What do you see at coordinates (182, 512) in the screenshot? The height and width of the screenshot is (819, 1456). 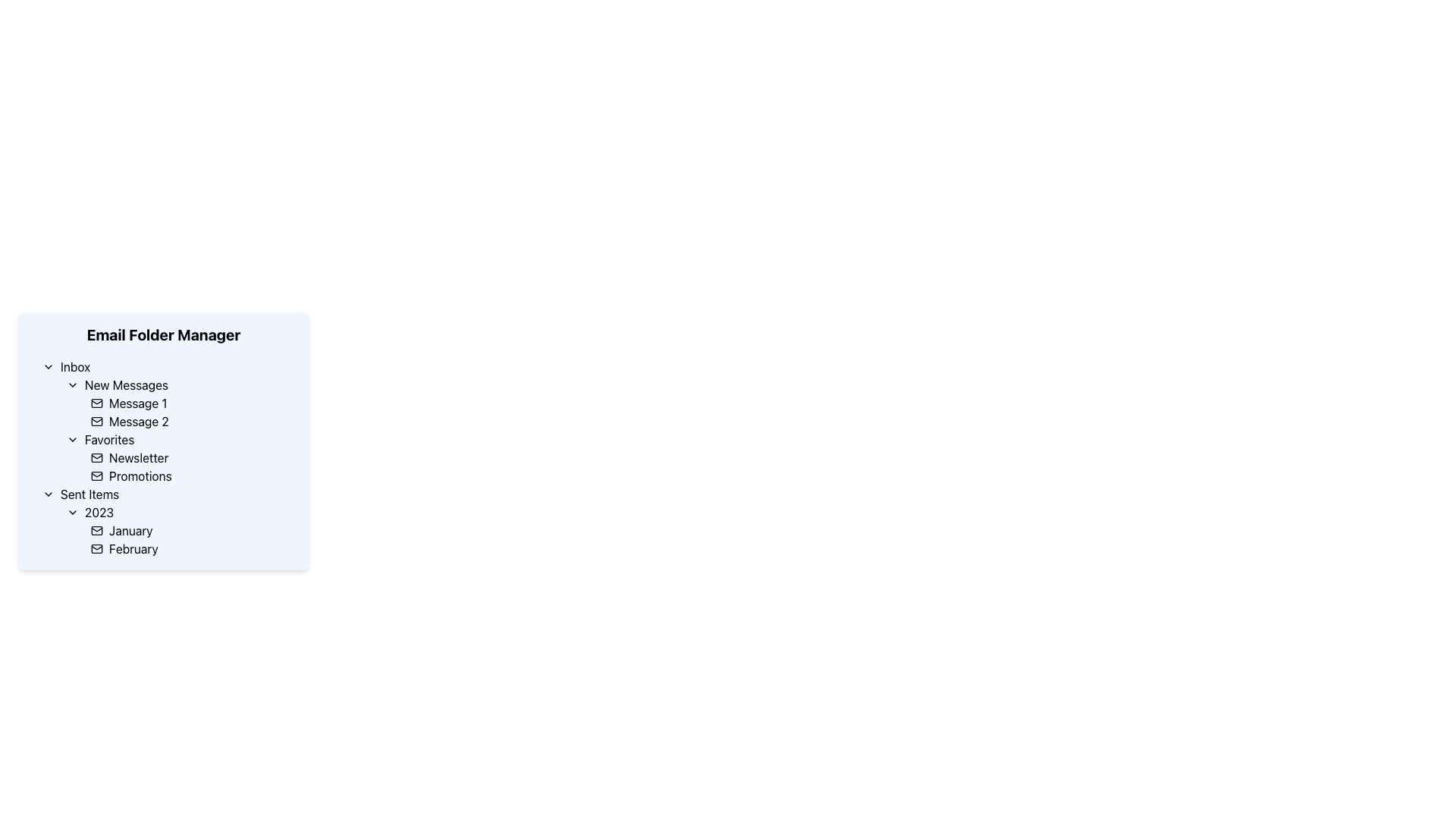 I see `the collapsible tree node labeled for the year 2023` at bounding box center [182, 512].